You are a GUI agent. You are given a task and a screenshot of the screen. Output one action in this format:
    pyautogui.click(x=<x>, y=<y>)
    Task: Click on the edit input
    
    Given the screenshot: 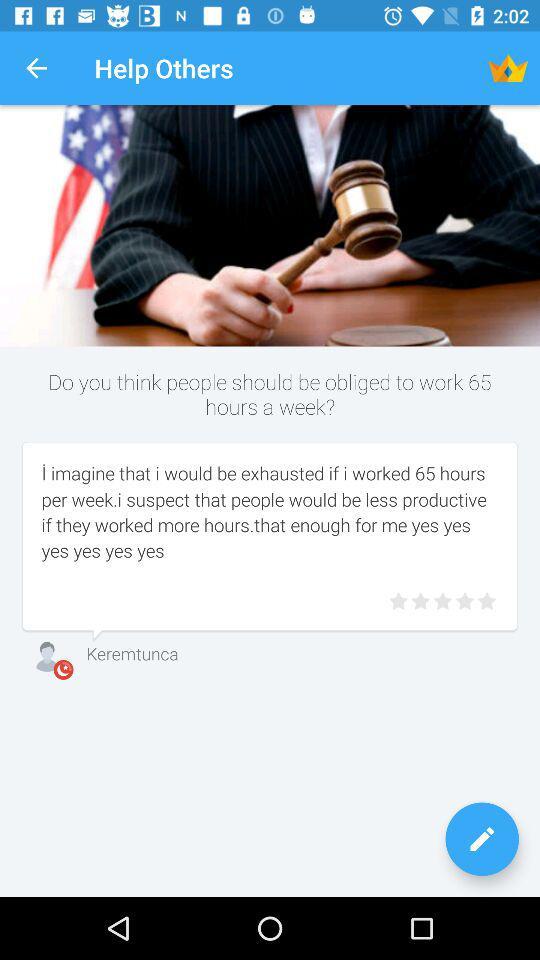 What is the action you would take?
    pyautogui.click(x=481, y=839)
    